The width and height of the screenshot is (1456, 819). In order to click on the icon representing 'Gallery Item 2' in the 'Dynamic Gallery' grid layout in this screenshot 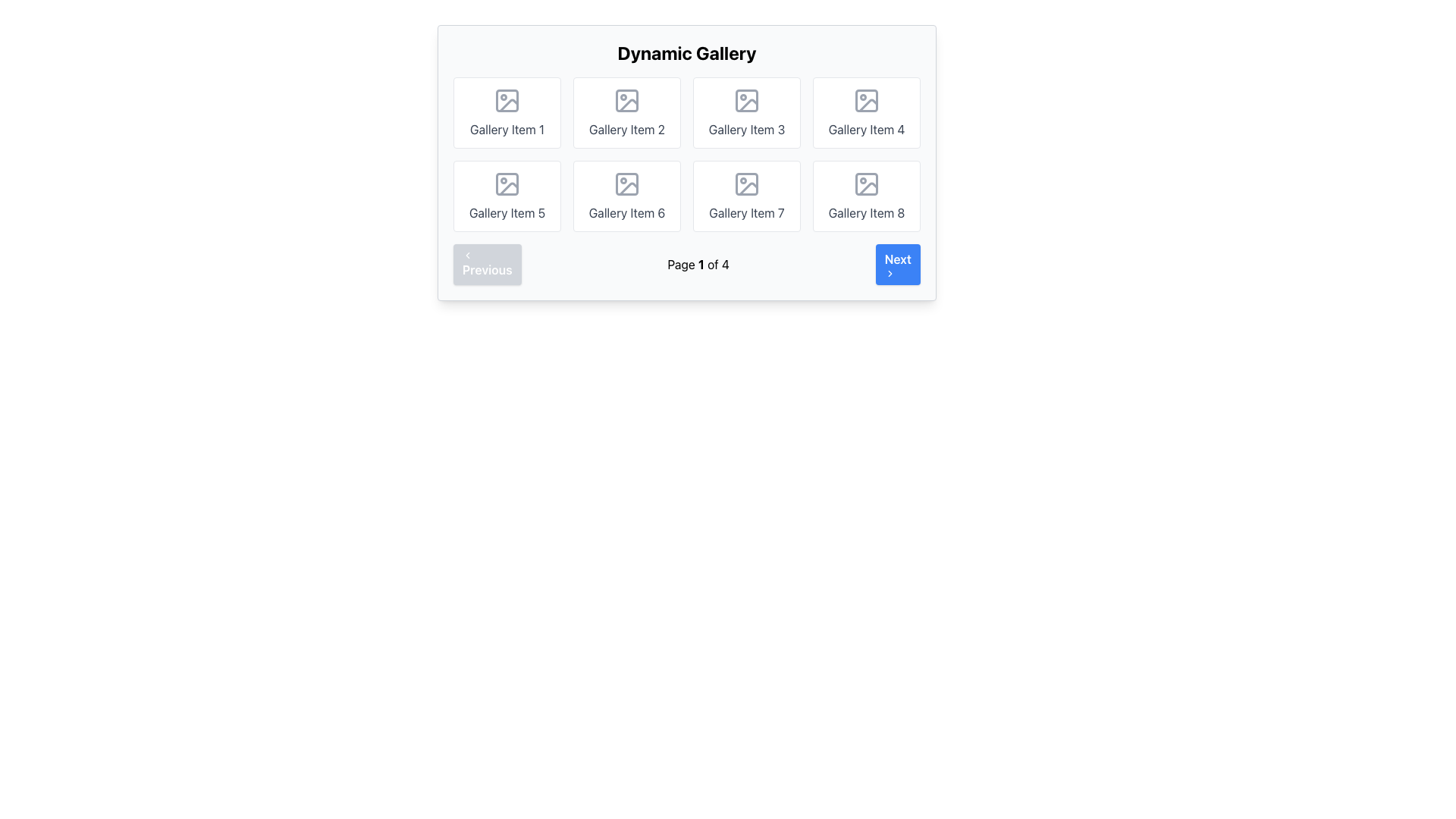, I will do `click(626, 100)`.